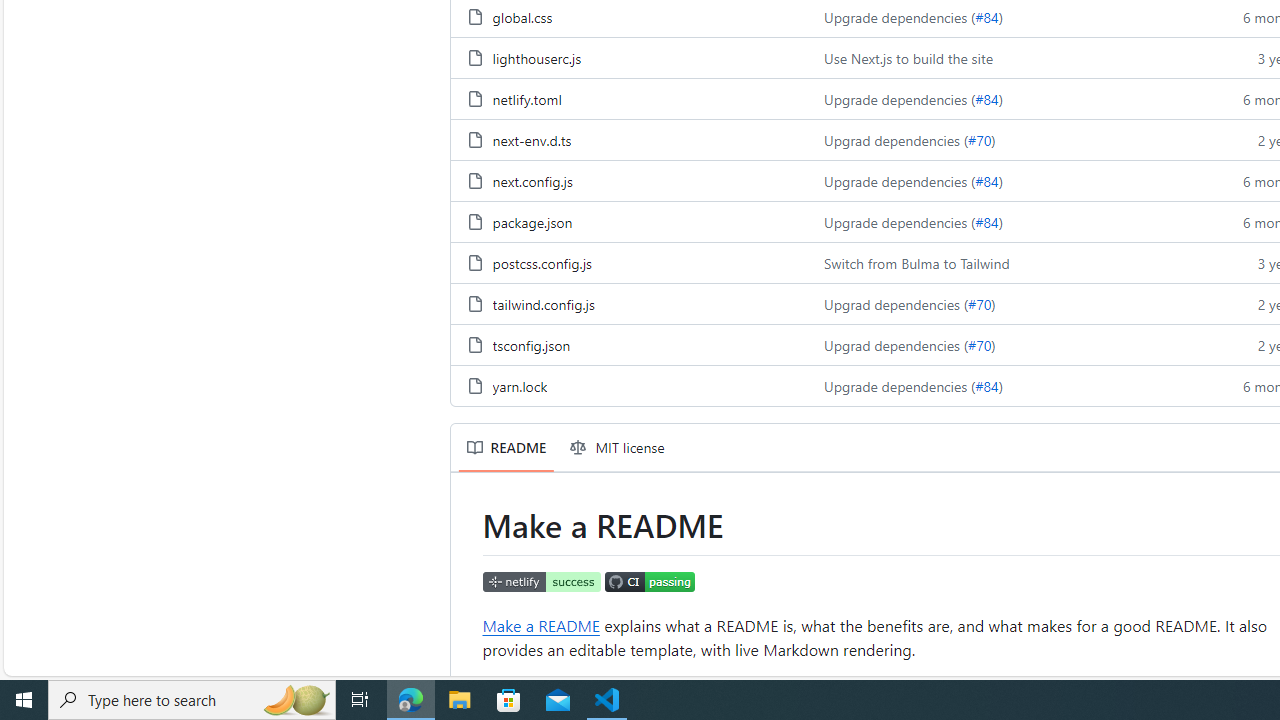 Image resolution: width=1280 pixels, height=720 pixels. Describe the element at coordinates (649, 583) in the screenshot. I see `'CI status'` at that location.